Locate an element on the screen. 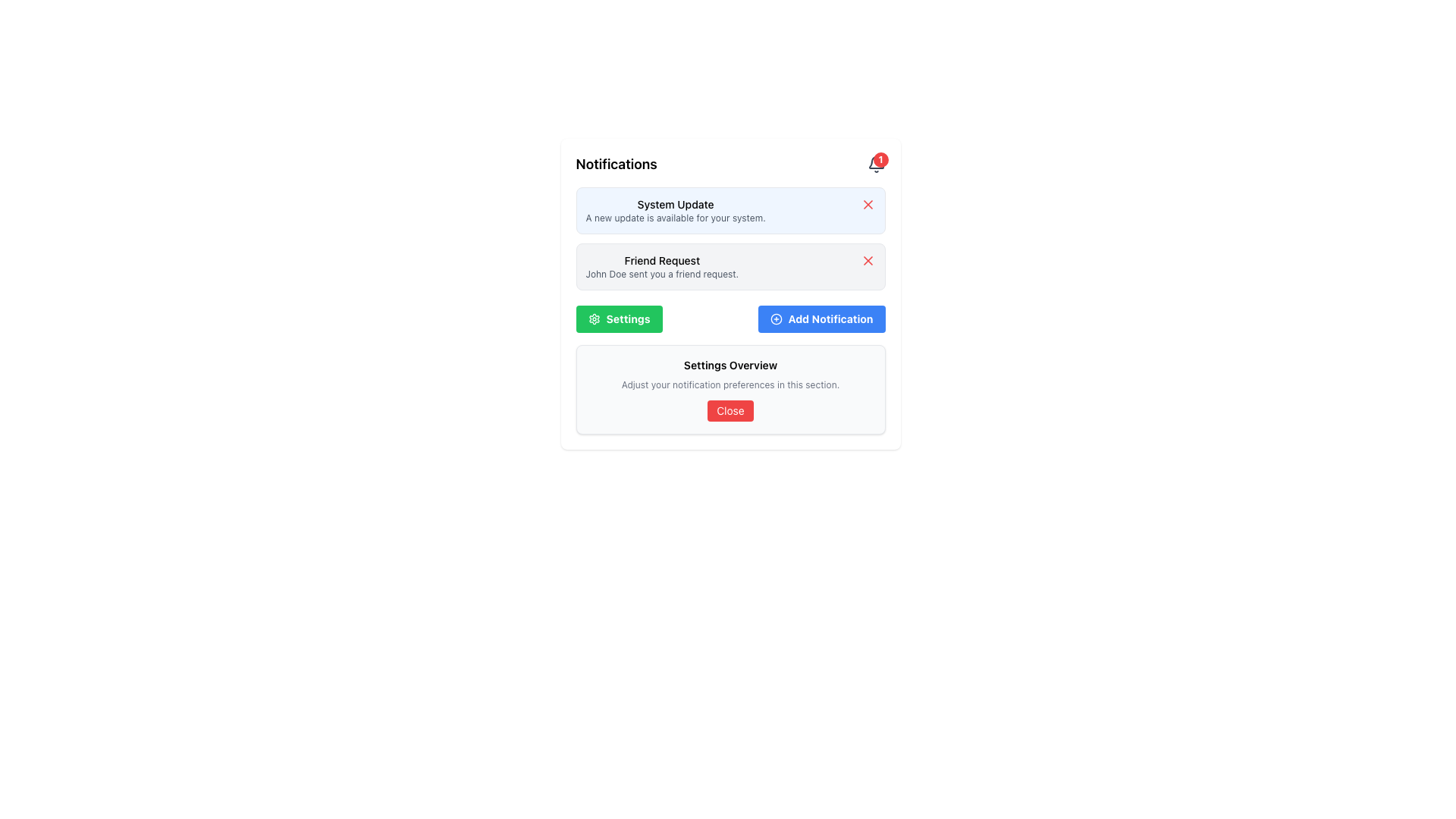 The height and width of the screenshot is (819, 1456). the notification display element that informs the user about a system update, located at the top of the notification panel with a light blue background is located at coordinates (675, 210).